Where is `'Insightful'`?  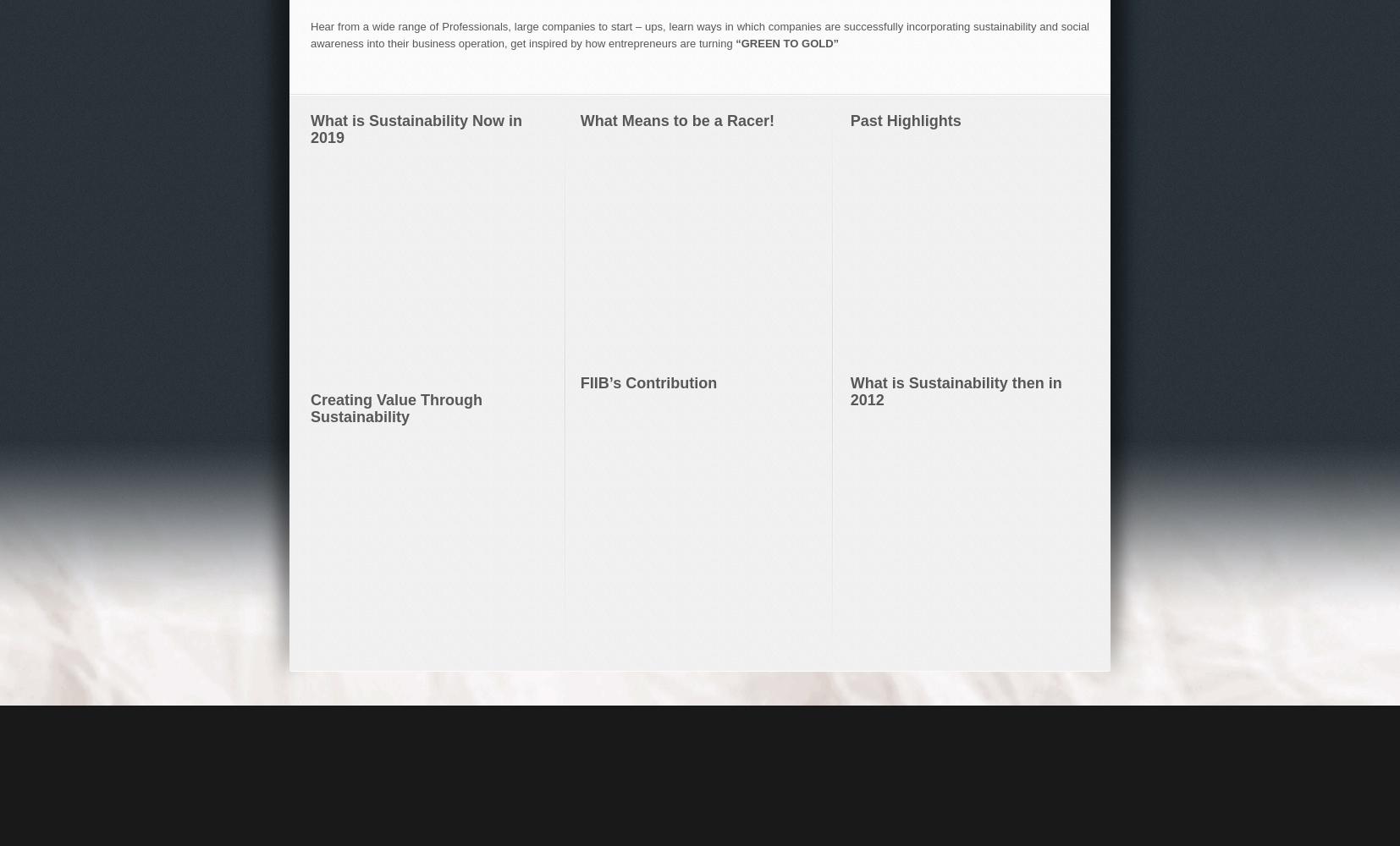
'Insightful' is located at coordinates (400, 36).